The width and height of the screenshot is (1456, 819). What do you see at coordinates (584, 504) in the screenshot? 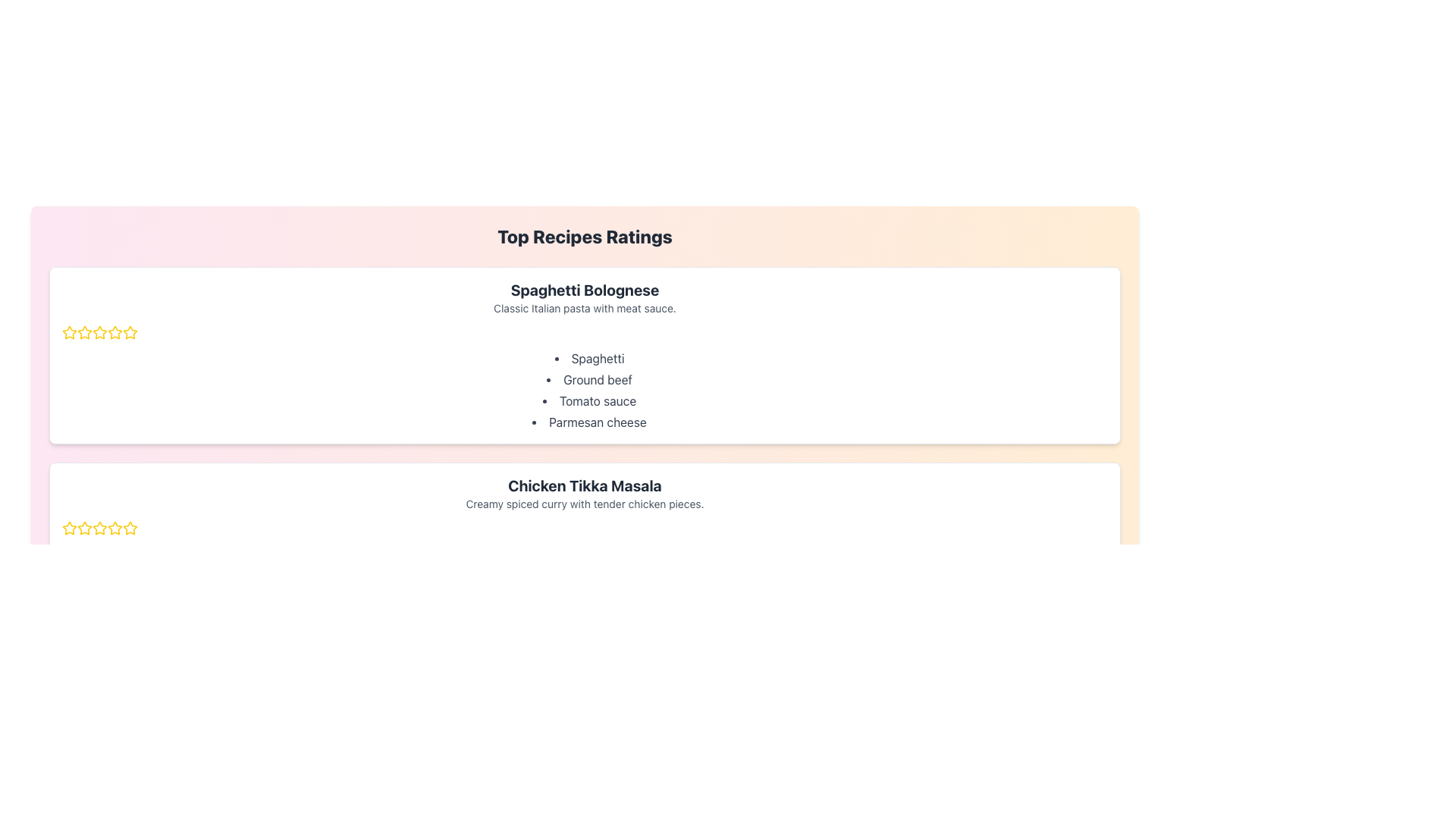
I see `the description text that provides additional information about the 'Chicken Tikka Masala' dish, located directly underneath the title` at bounding box center [584, 504].